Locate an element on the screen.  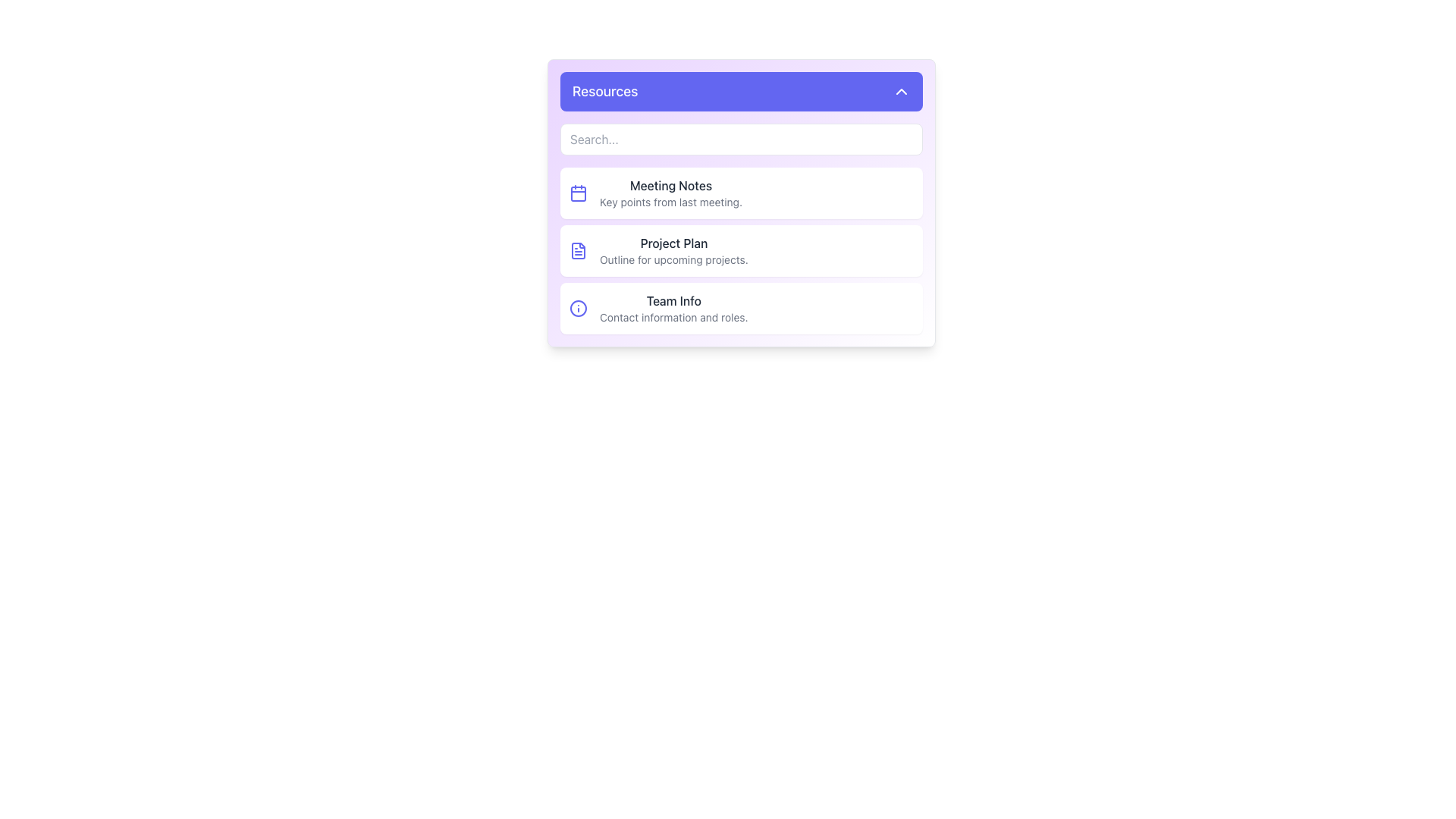
text displayed on the 'Resources' button, which is a bold white font on a purple background, located at the top-center of the user interface is located at coordinates (604, 91).